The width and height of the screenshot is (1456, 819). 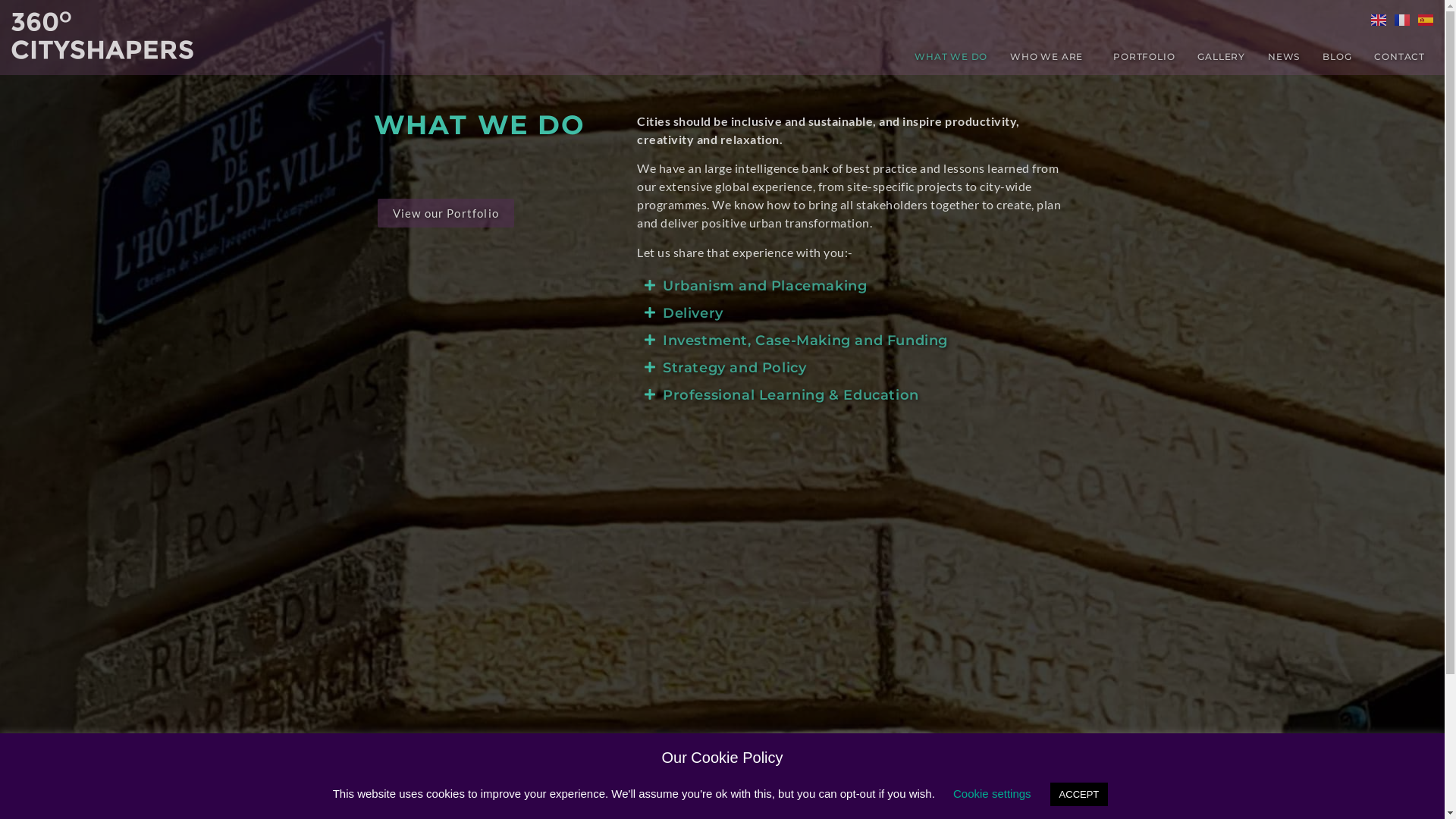 What do you see at coordinates (1050, 55) in the screenshot?
I see `'WHO WE ARE'` at bounding box center [1050, 55].